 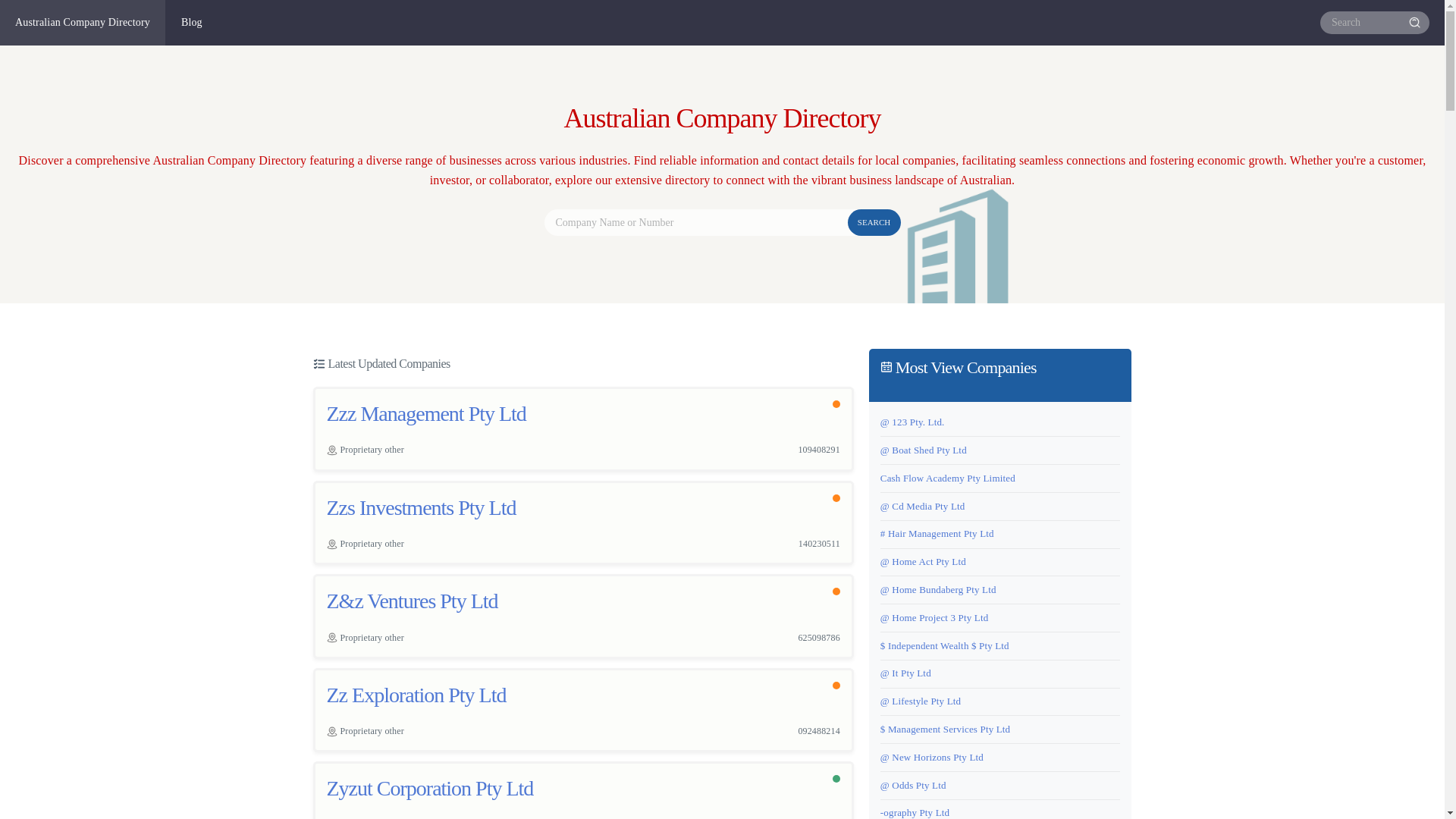 I want to click on '$ Management Services Pty Ltd', so click(x=944, y=728).